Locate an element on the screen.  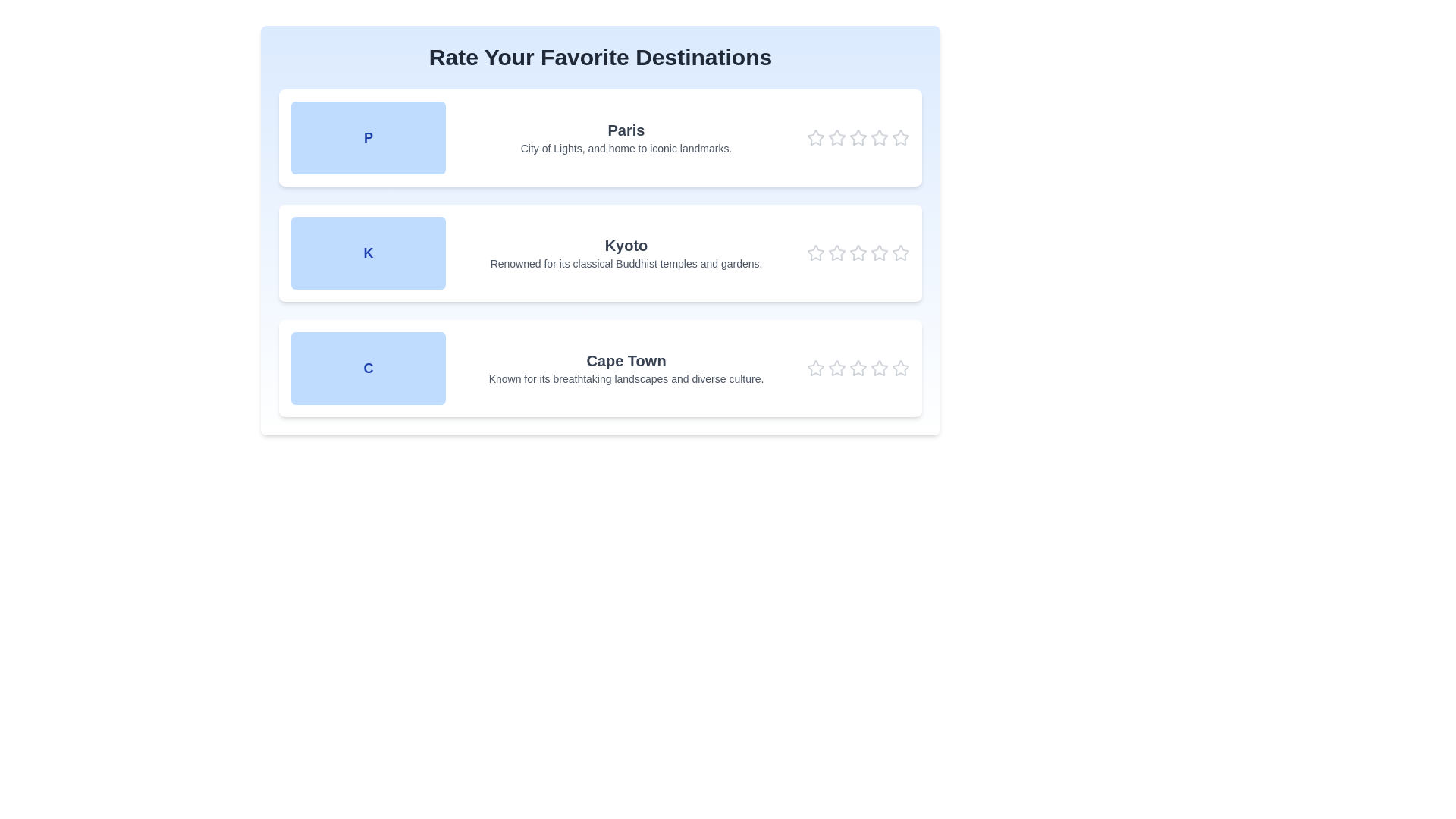
the star-shaped icon located on the right side of the 'Cape Town' row in the rating bar to receive visual feedback is located at coordinates (858, 368).